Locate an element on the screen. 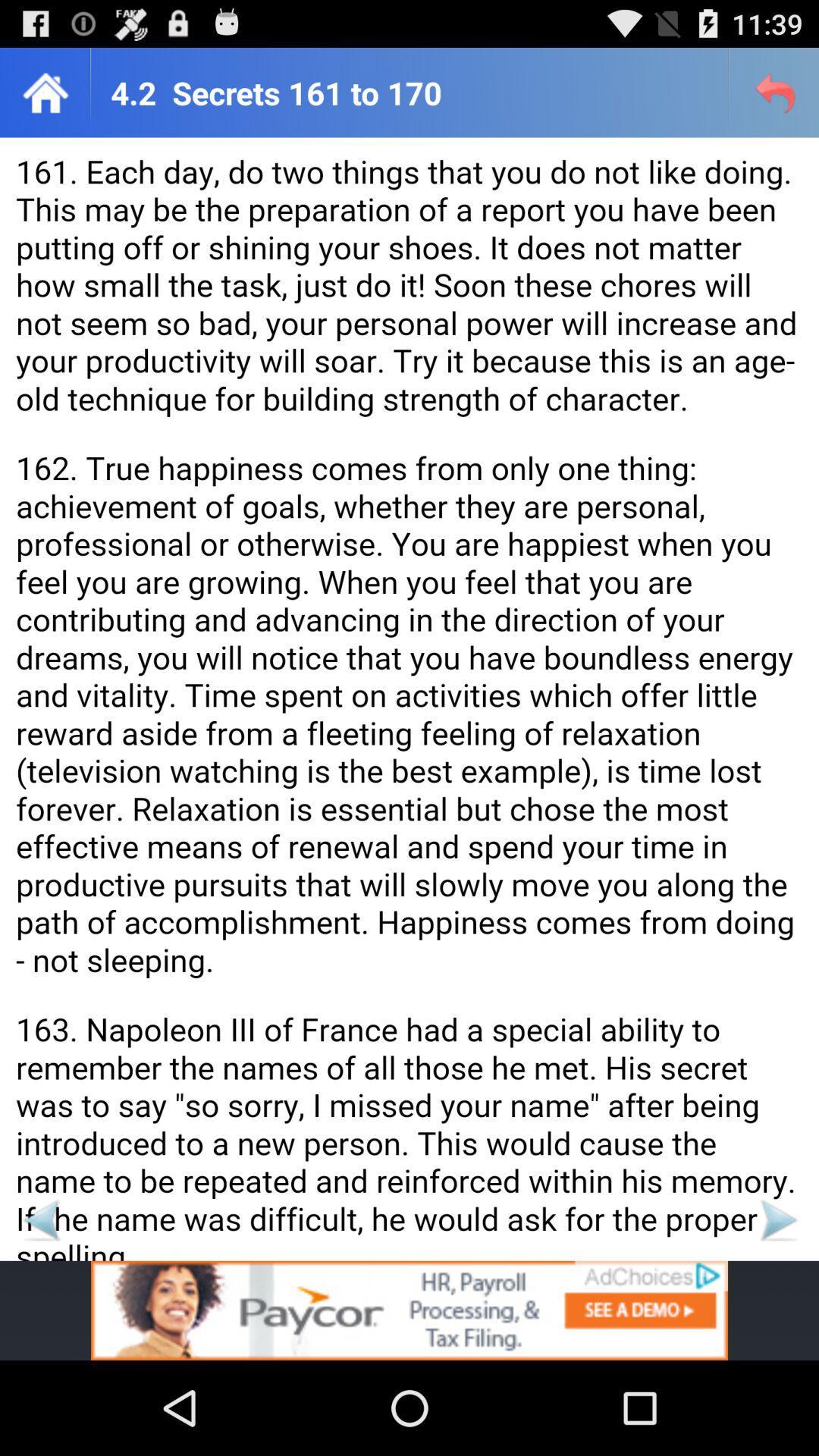 Image resolution: width=819 pixels, height=1456 pixels. go back is located at coordinates (40, 1219).